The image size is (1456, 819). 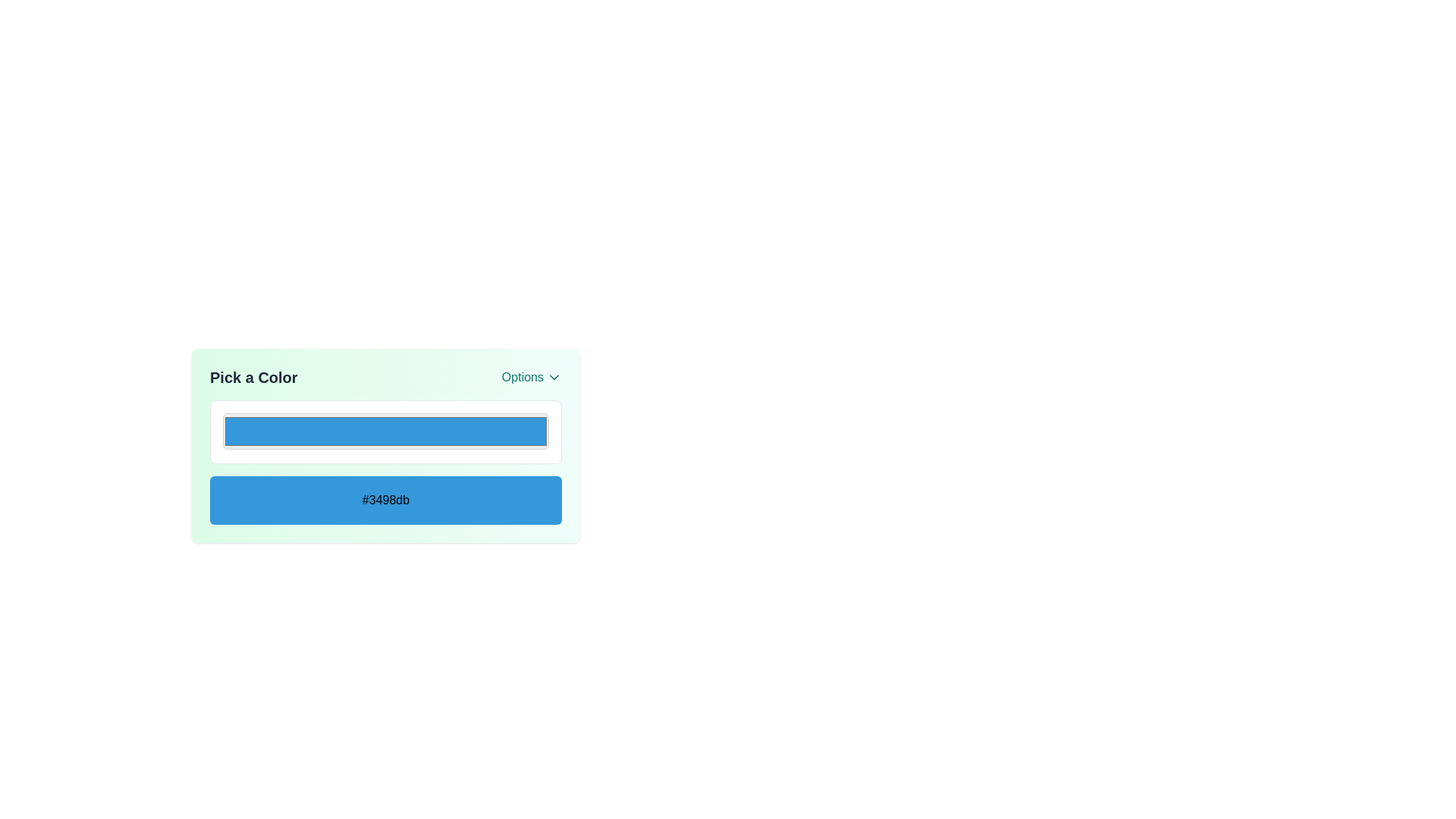 I want to click on the static informational display with a blue background and text '#3498db', positioned at the center with rounded edges and located beneath a white bordered selection box, so click(x=385, y=500).